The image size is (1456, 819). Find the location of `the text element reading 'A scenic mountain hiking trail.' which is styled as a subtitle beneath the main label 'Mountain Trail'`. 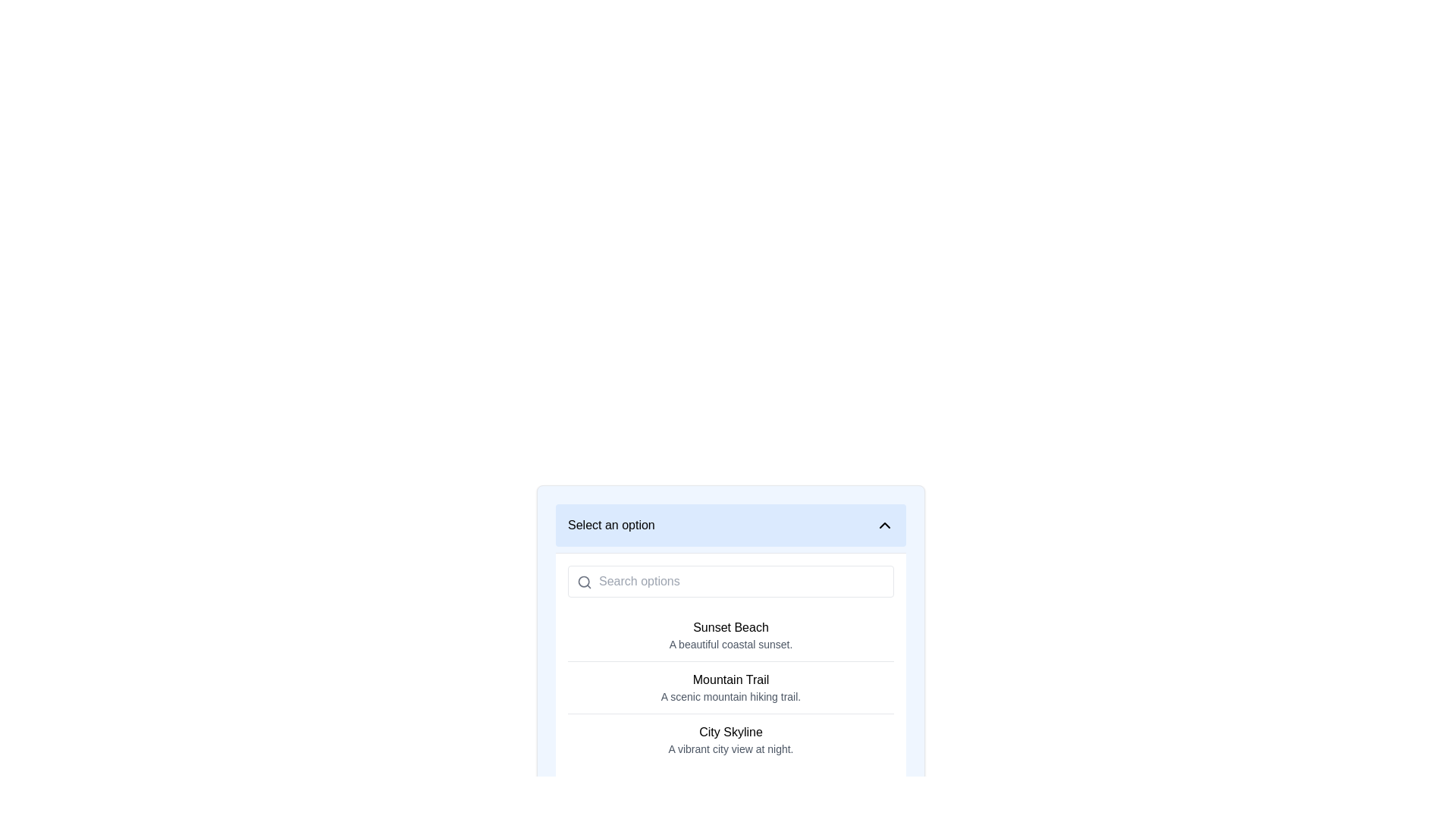

the text element reading 'A scenic mountain hiking trail.' which is styled as a subtitle beneath the main label 'Mountain Trail' is located at coordinates (731, 696).